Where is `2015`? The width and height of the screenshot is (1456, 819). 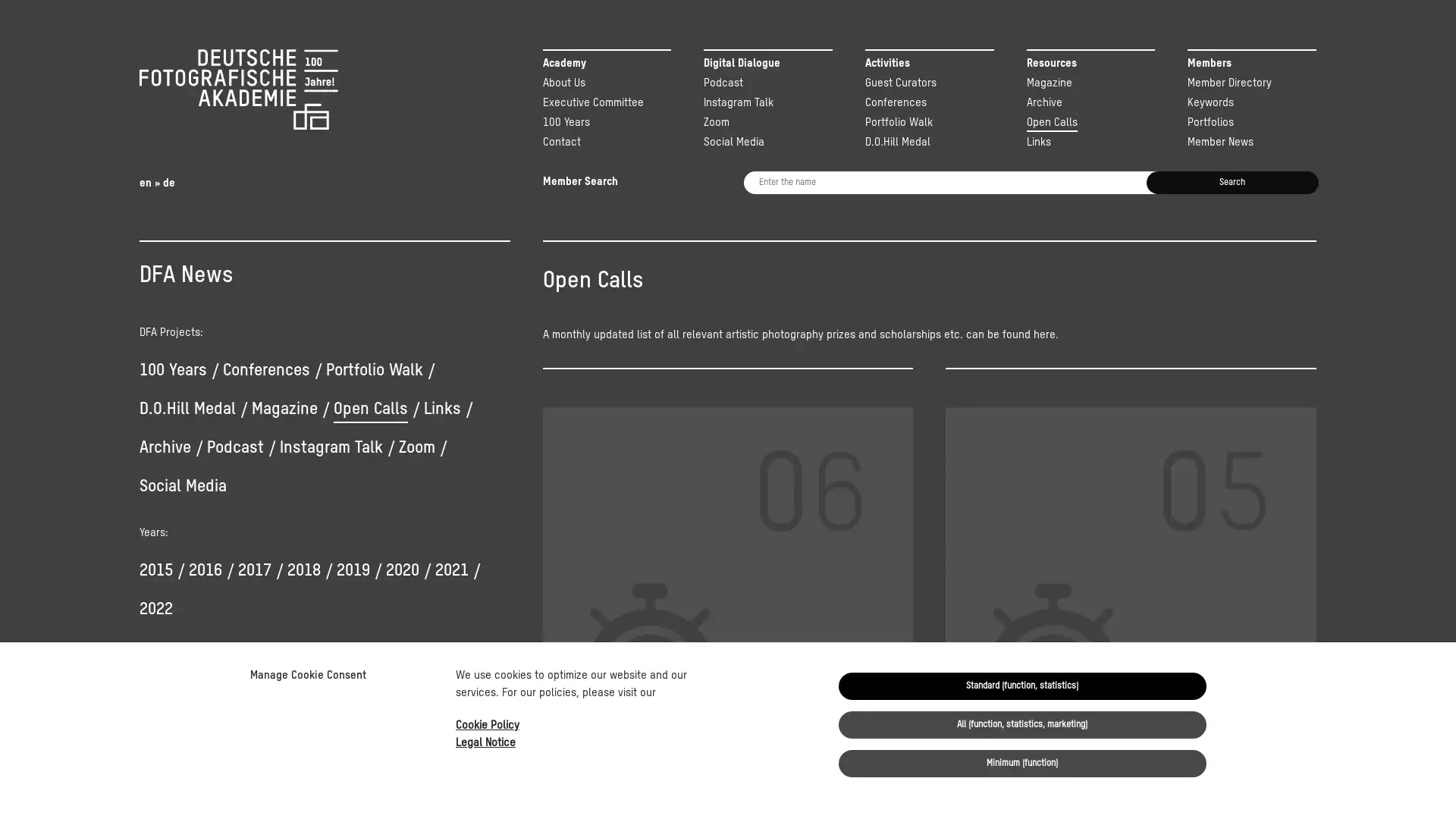
2015 is located at coordinates (156, 570).